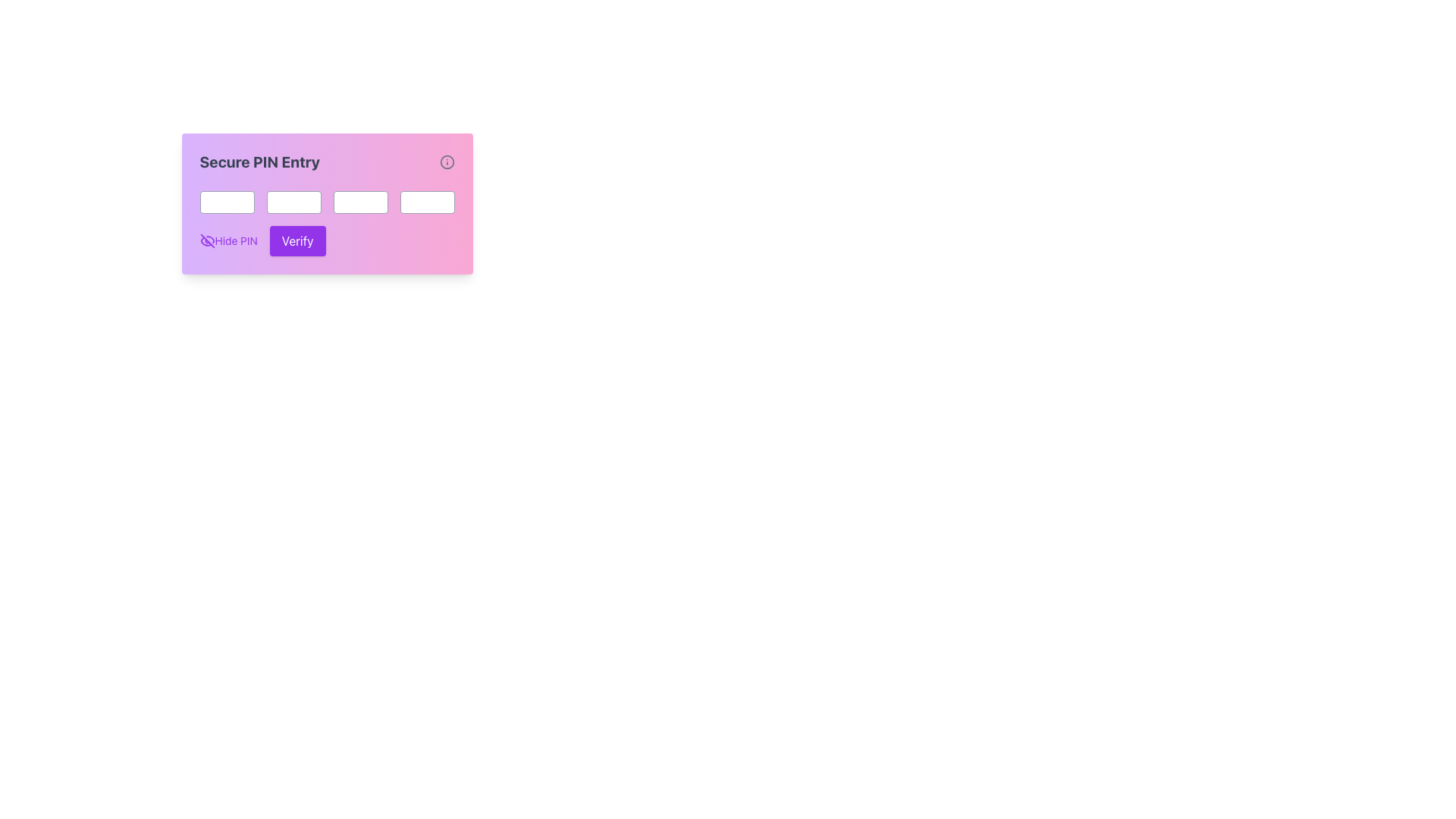  Describe the element at coordinates (326, 201) in the screenshot. I see `the third text input field of the PIN entry form to focus the input` at that location.